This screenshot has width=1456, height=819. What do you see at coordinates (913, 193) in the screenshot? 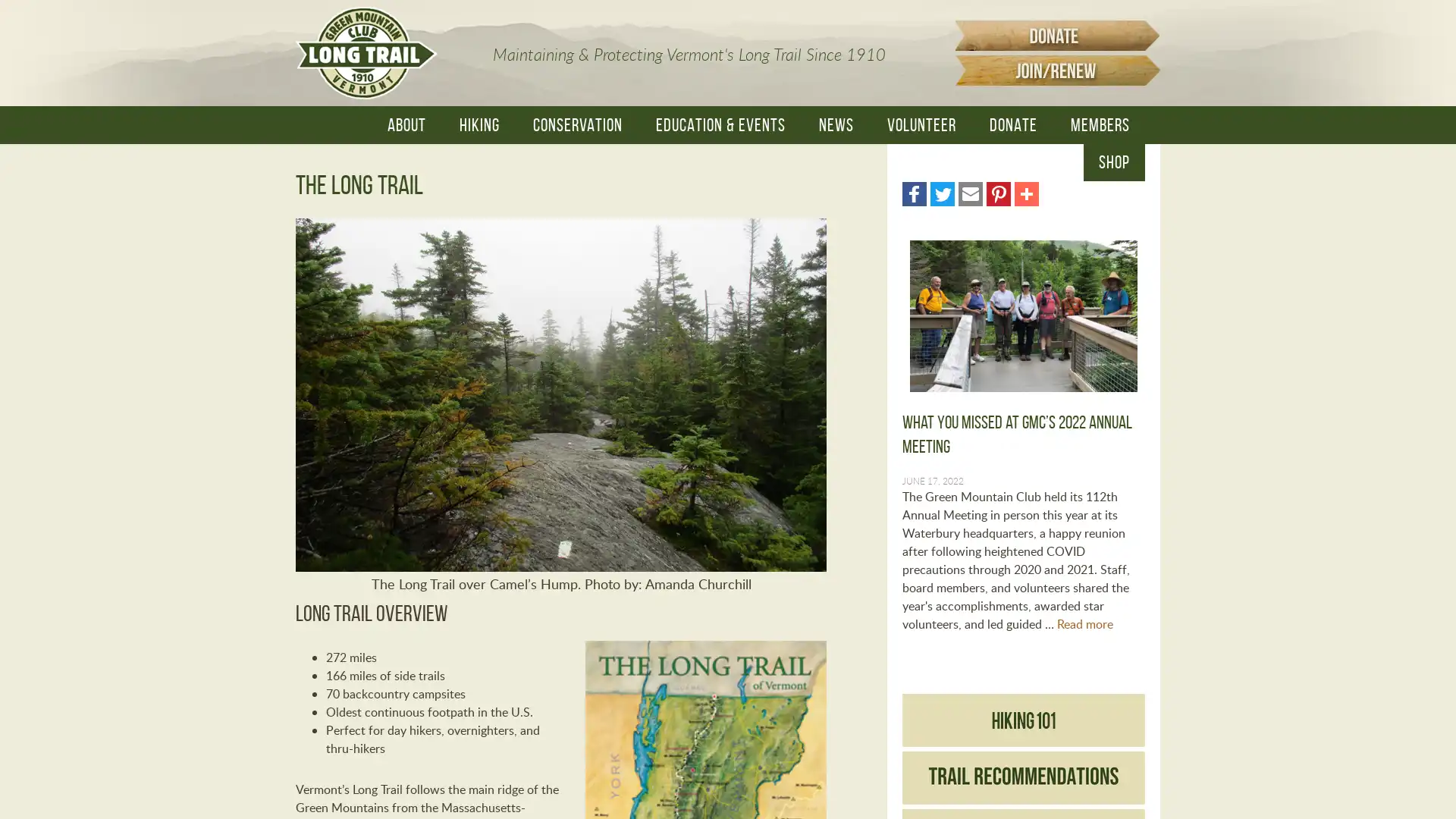
I see `Share to Facebook` at bounding box center [913, 193].